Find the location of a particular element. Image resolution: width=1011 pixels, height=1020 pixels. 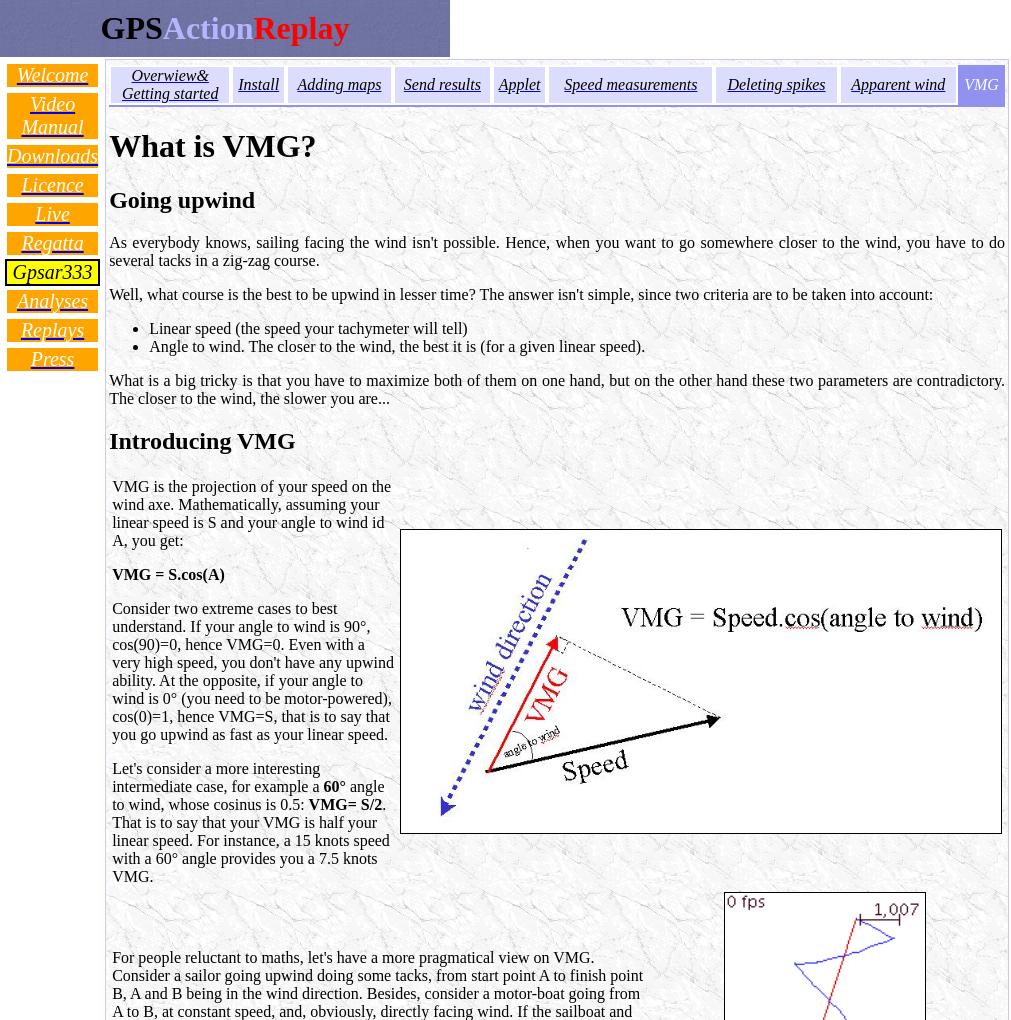

'Angle to wind. The closer to the wind, the best it is (for a given linear speed).' is located at coordinates (396, 344).